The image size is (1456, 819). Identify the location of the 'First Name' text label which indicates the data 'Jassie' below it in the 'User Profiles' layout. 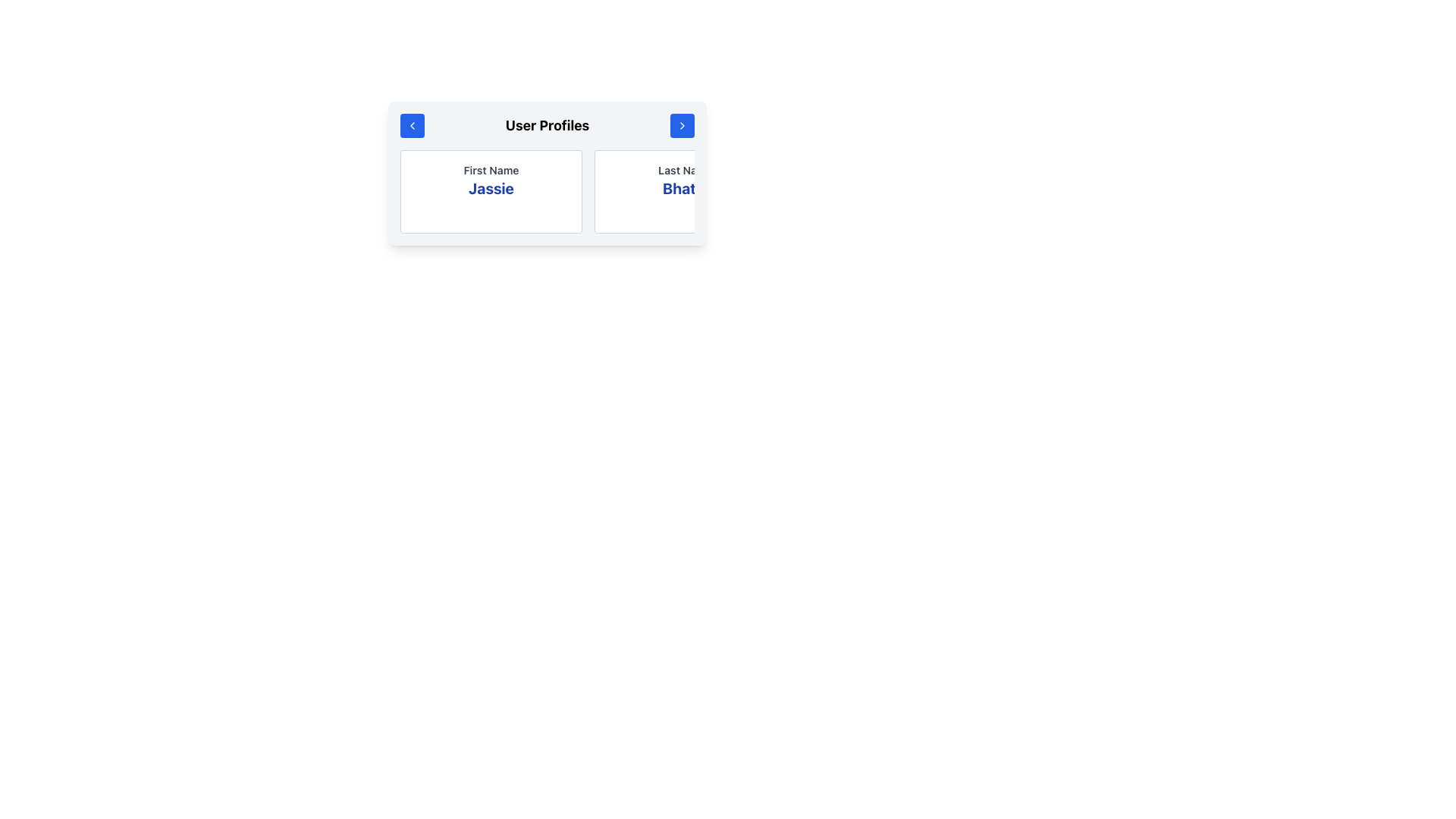
(491, 170).